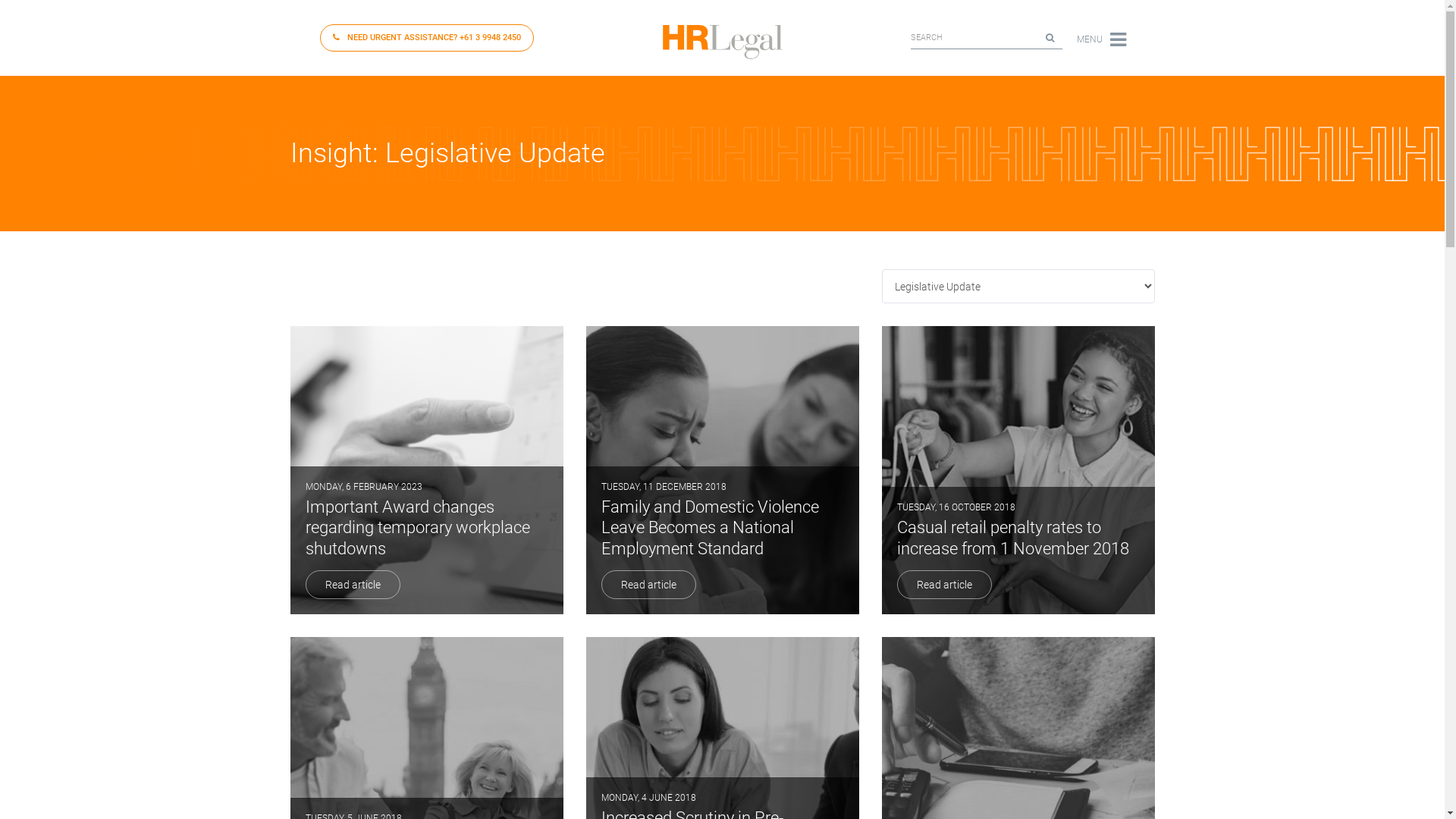 This screenshot has height=819, width=1456. I want to click on 'Read article', so click(351, 584).